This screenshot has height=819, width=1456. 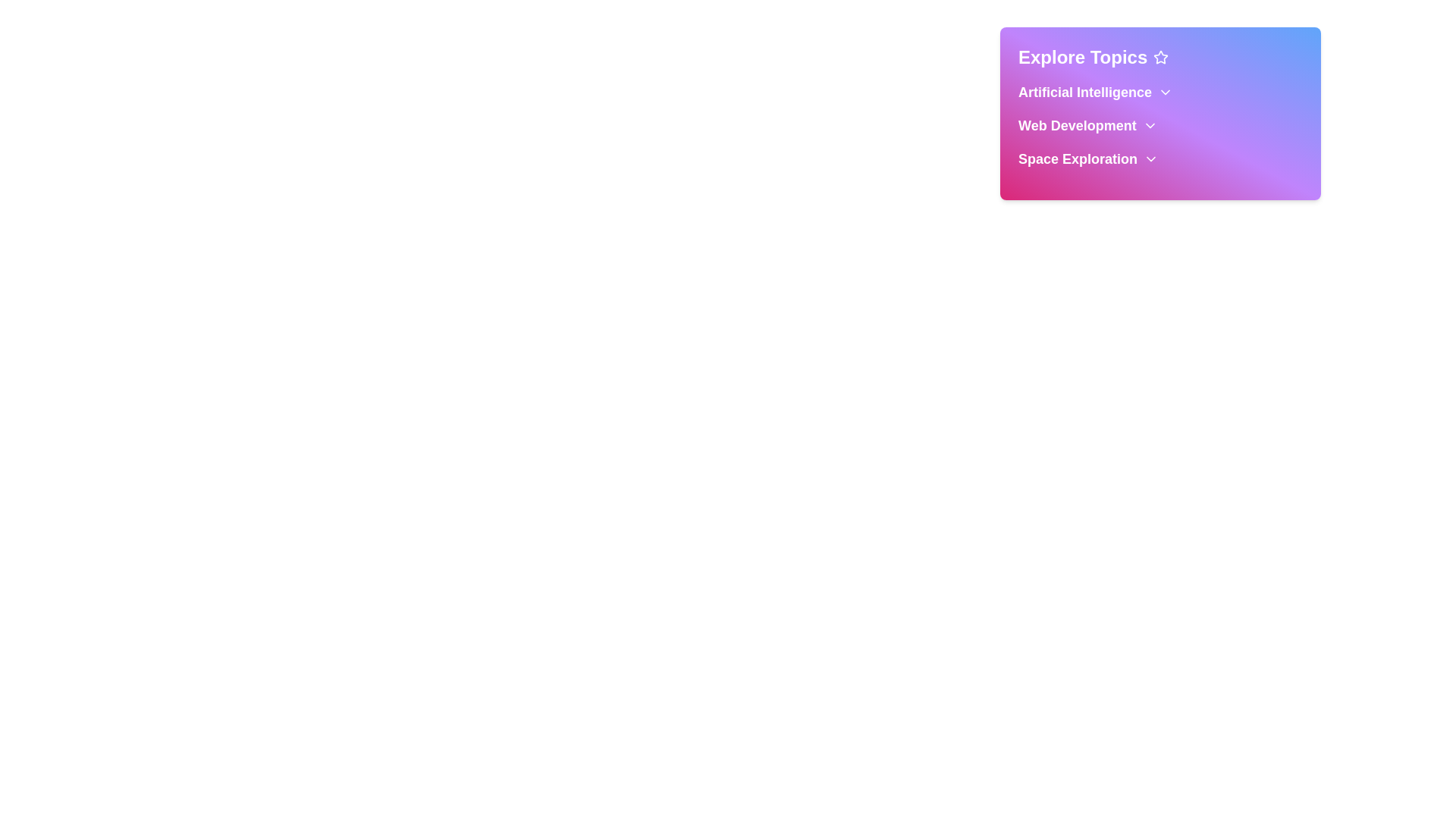 I want to click on the Dropdown Selector labeled 'Artificial Intelligence' with a purple-to-pink gradient background, so click(x=1159, y=93).